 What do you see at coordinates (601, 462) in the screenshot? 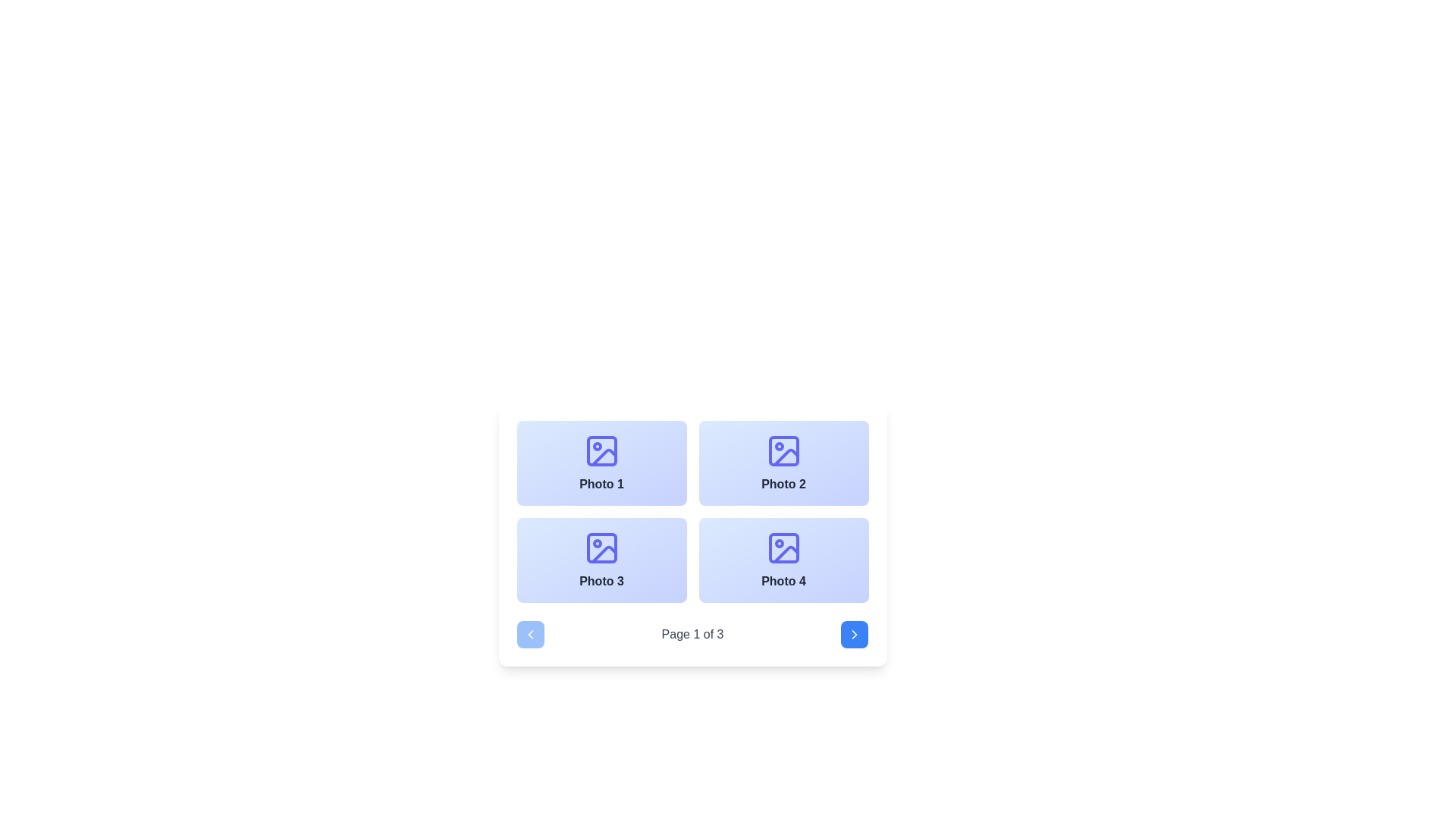
I see `the 'Photo 1' button or card element located in the upper-left corner of a 2x2 grid layout` at bounding box center [601, 462].